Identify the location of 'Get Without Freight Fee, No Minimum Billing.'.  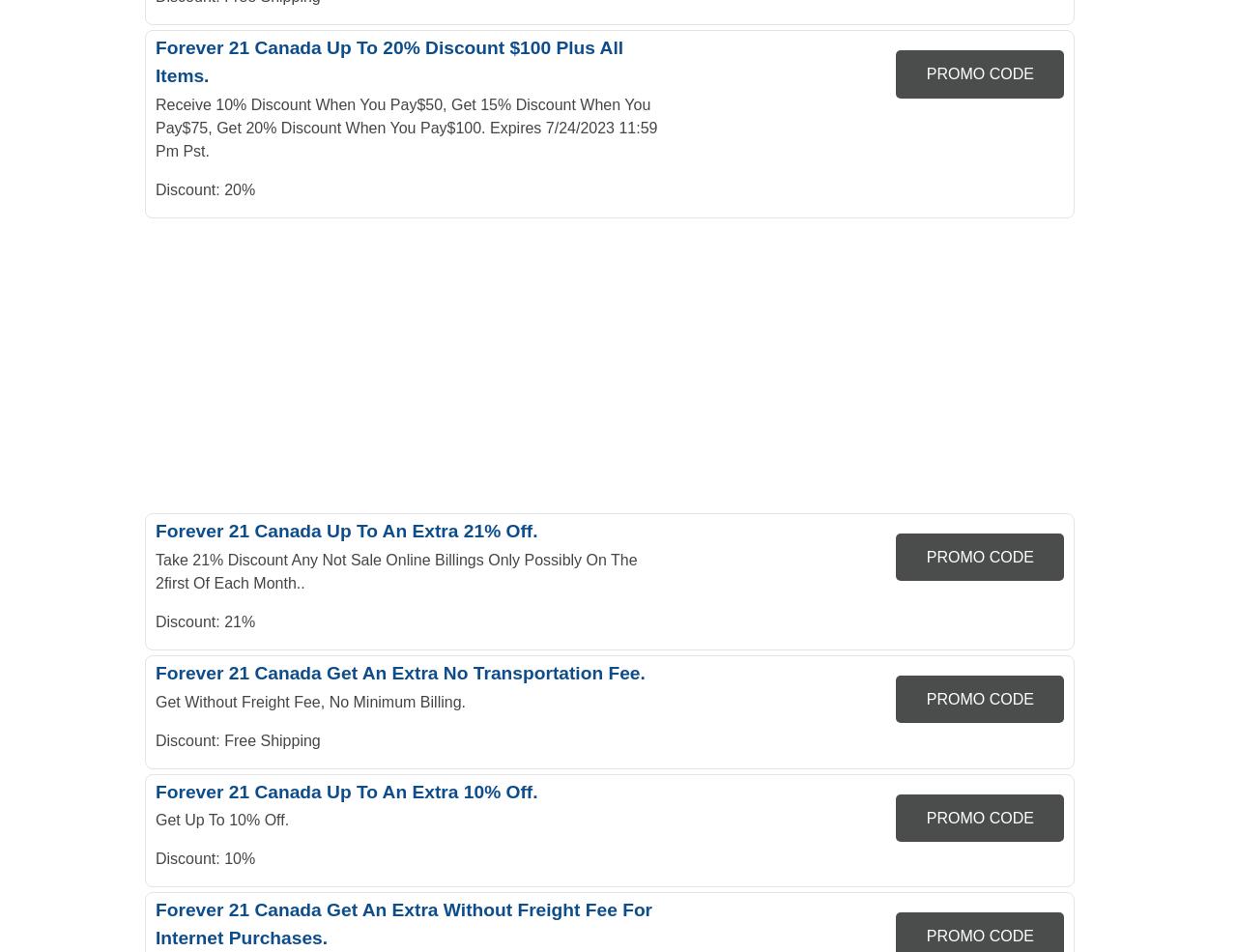
(310, 701).